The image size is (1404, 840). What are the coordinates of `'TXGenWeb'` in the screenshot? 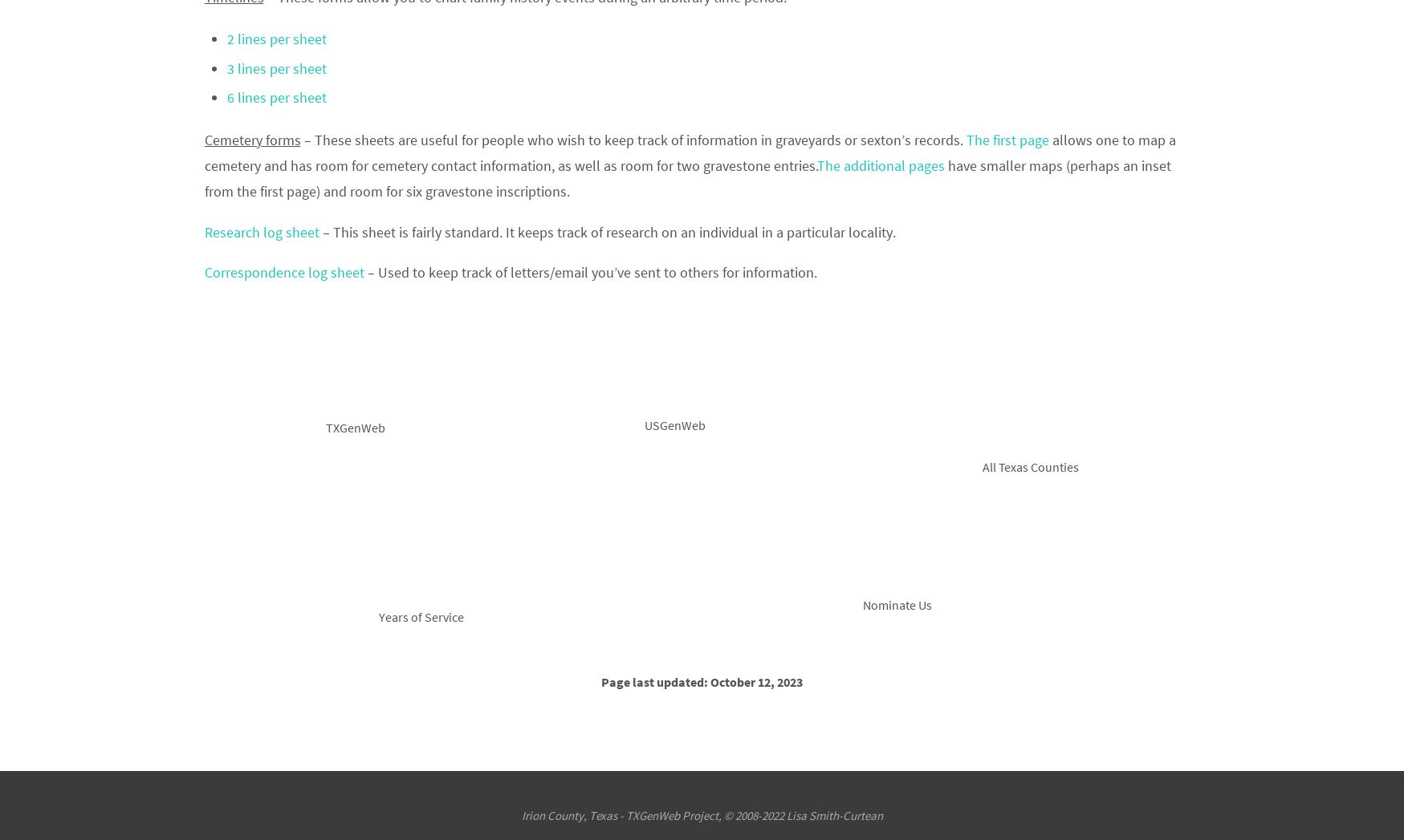 It's located at (355, 428).